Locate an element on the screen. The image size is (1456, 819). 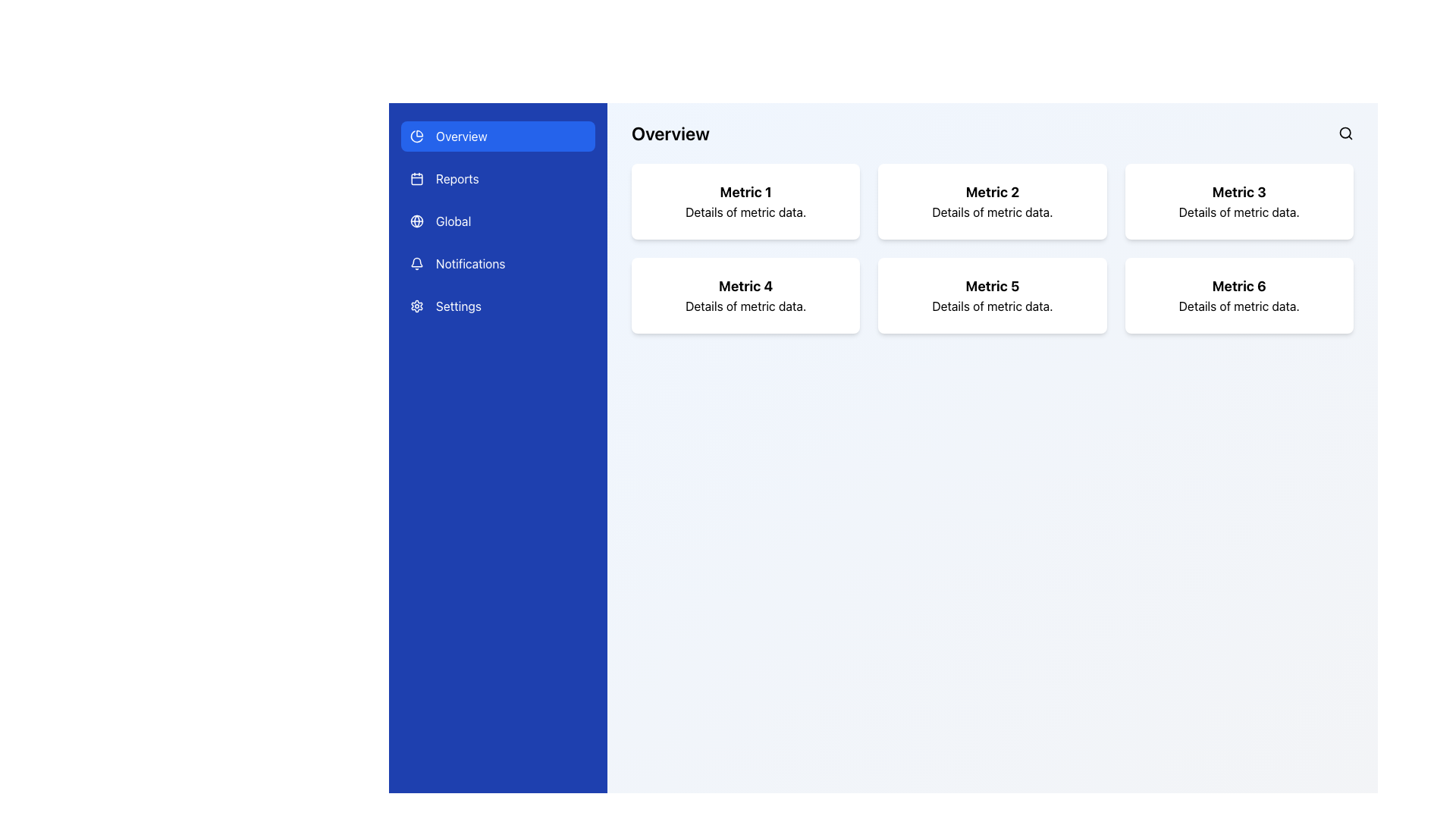
the first button in the vertical menu on the left side of the interface is located at coordinates (498, 136).